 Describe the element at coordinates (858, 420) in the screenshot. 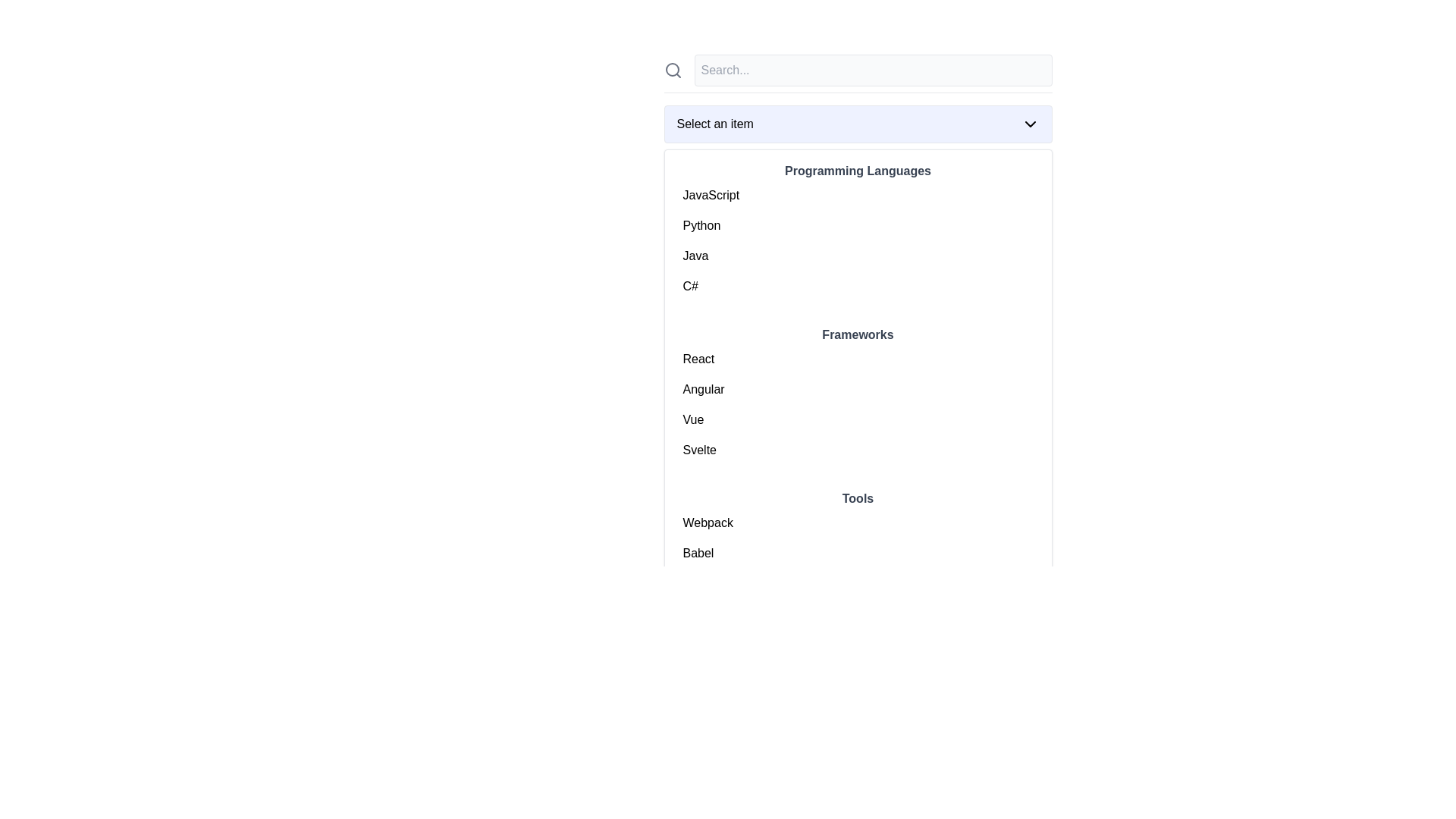

I see `on the third list item labeled 'Vue' in the Frameworks category` at that location.